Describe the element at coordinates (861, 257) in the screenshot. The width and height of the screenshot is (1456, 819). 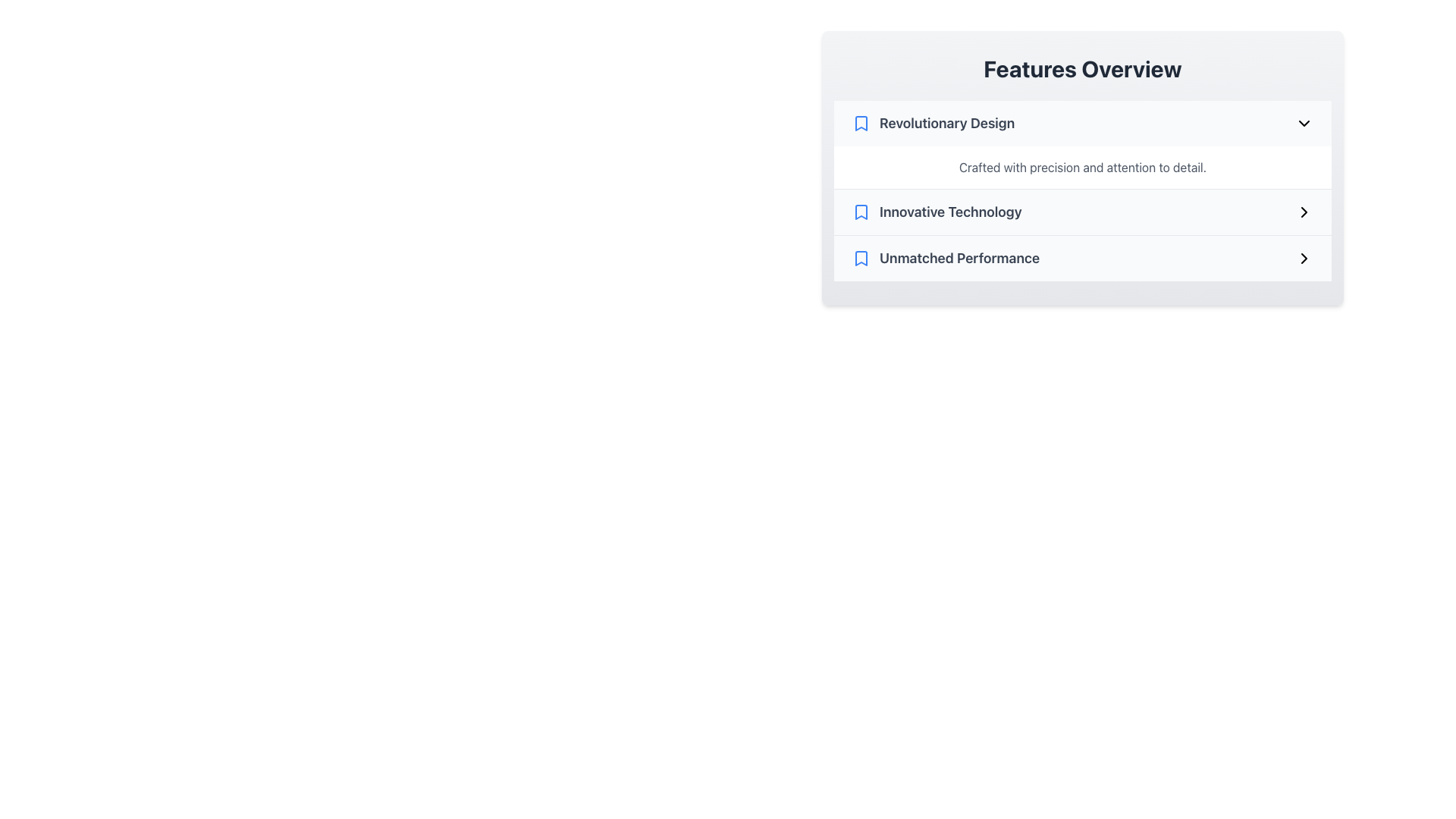
I see `the bookmark icon with a thin blue outline located to the left of the text 'Unmatched Performance' in the third row of the 'Features Overview' section` at that location.